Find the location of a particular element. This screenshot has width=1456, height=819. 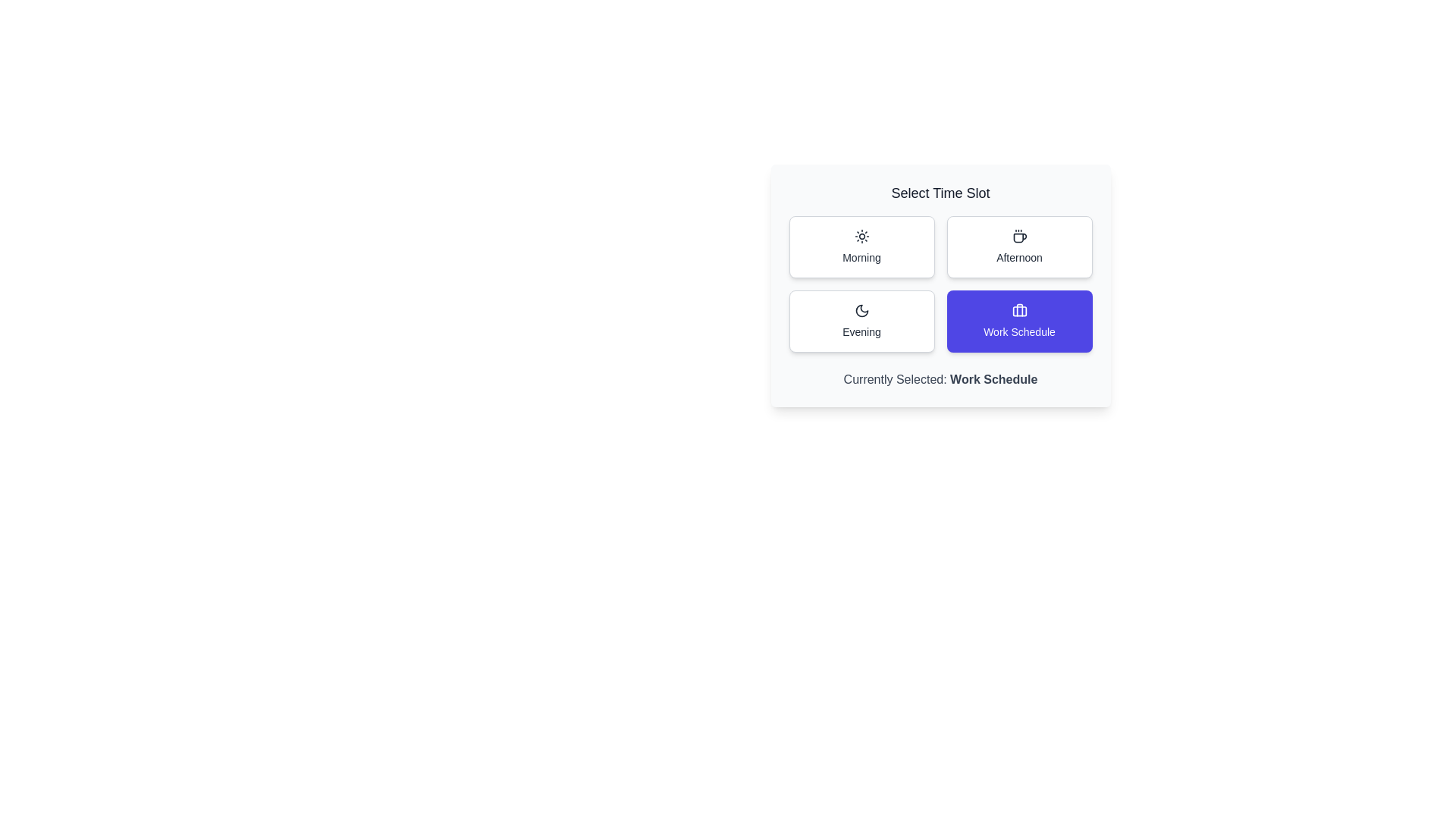

the time slot by clicking on the button labeled Morning is located at coordinates (861, 246).